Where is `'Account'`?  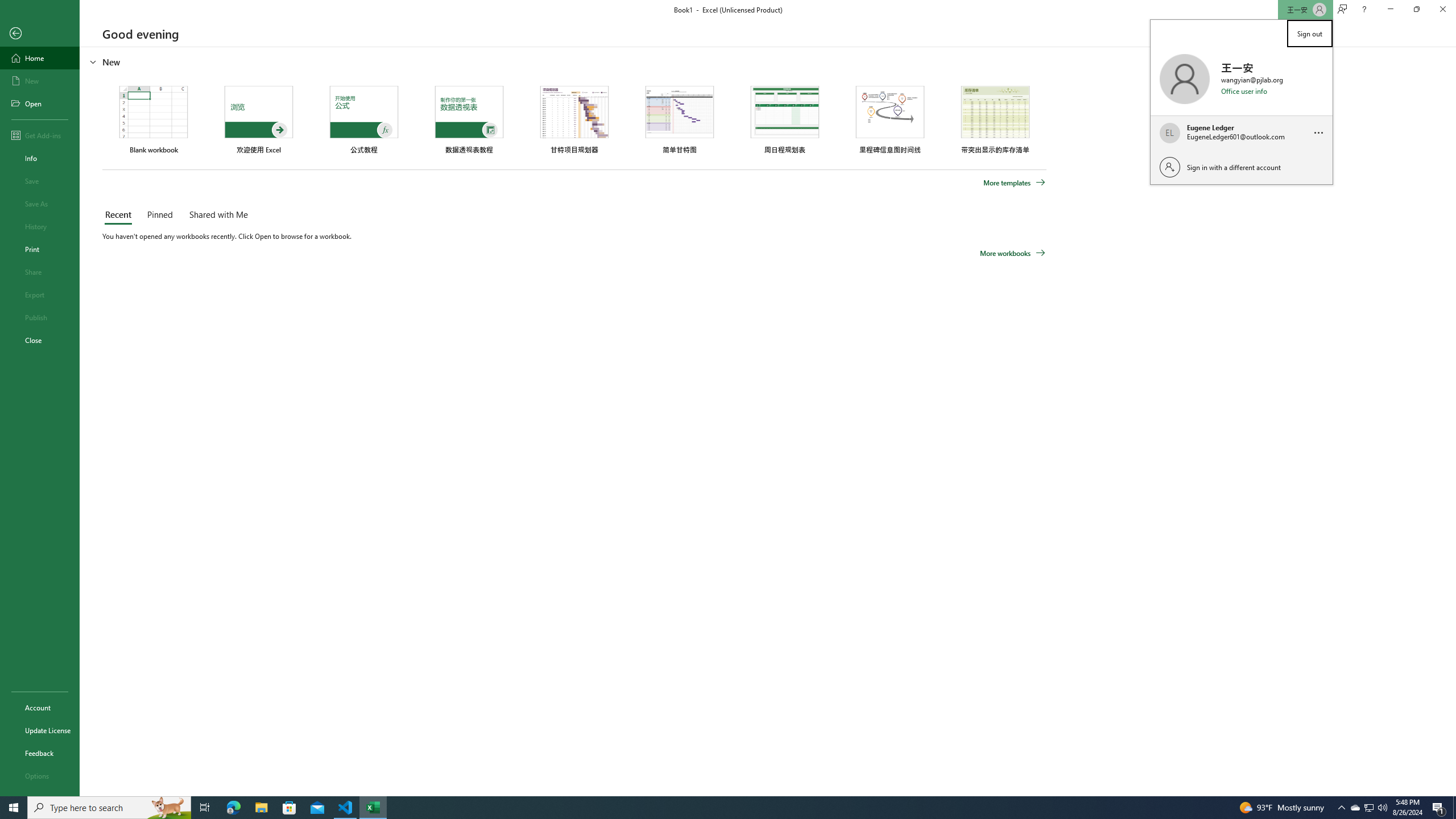
'Account' is located at coordinates (39, 708).